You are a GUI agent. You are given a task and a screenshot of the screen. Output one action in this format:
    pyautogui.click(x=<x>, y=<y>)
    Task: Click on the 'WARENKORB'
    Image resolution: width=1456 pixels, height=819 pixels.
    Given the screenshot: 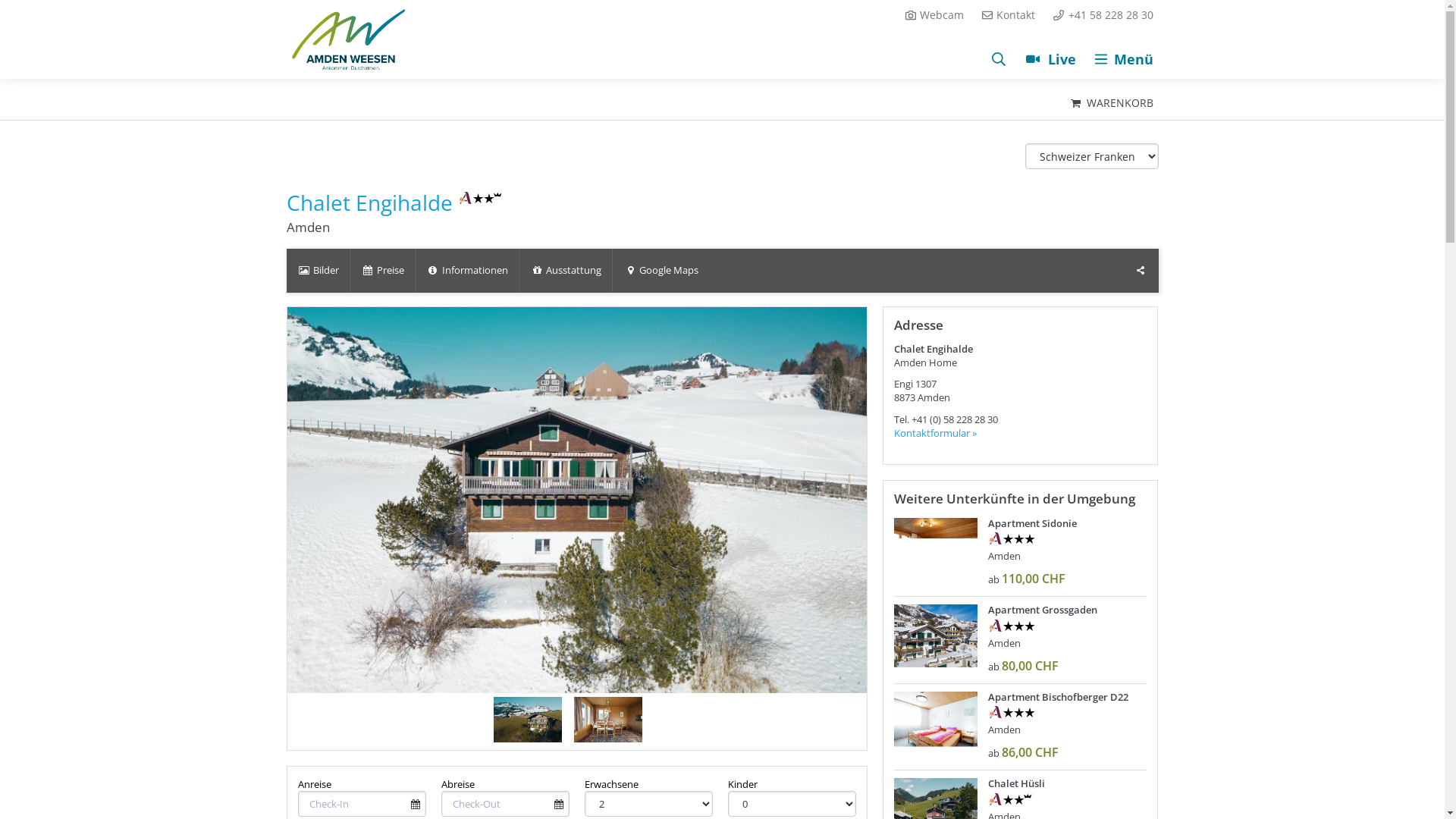 What is the action you would take?
    pyautogui.click(x=1110, y=102)
    